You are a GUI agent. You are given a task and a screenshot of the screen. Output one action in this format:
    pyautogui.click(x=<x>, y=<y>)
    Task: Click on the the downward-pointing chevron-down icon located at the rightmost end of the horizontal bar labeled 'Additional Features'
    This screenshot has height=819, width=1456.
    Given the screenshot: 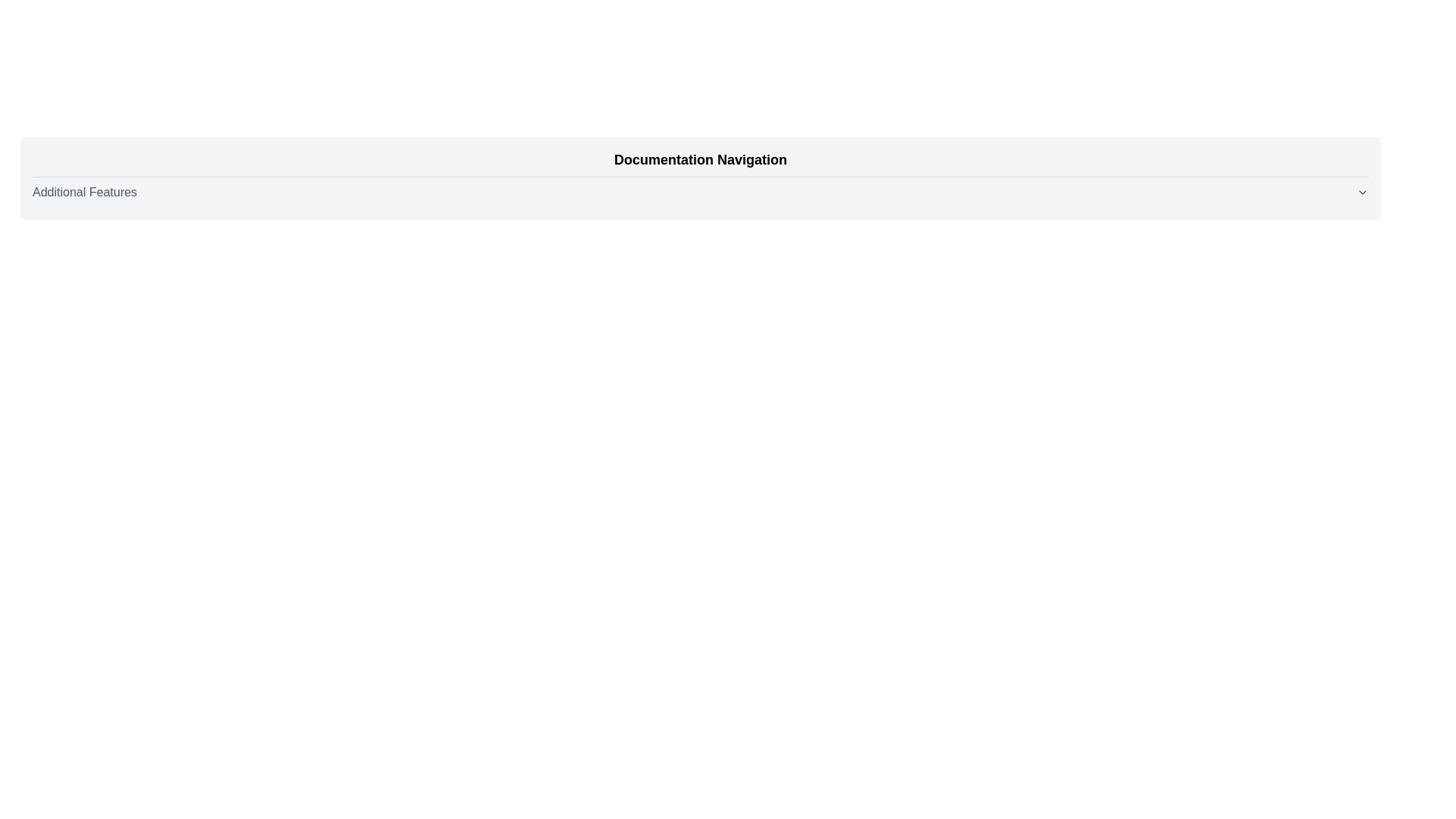 What is the action you would take?
    pyautogui.click(x=1362, y=192)
    